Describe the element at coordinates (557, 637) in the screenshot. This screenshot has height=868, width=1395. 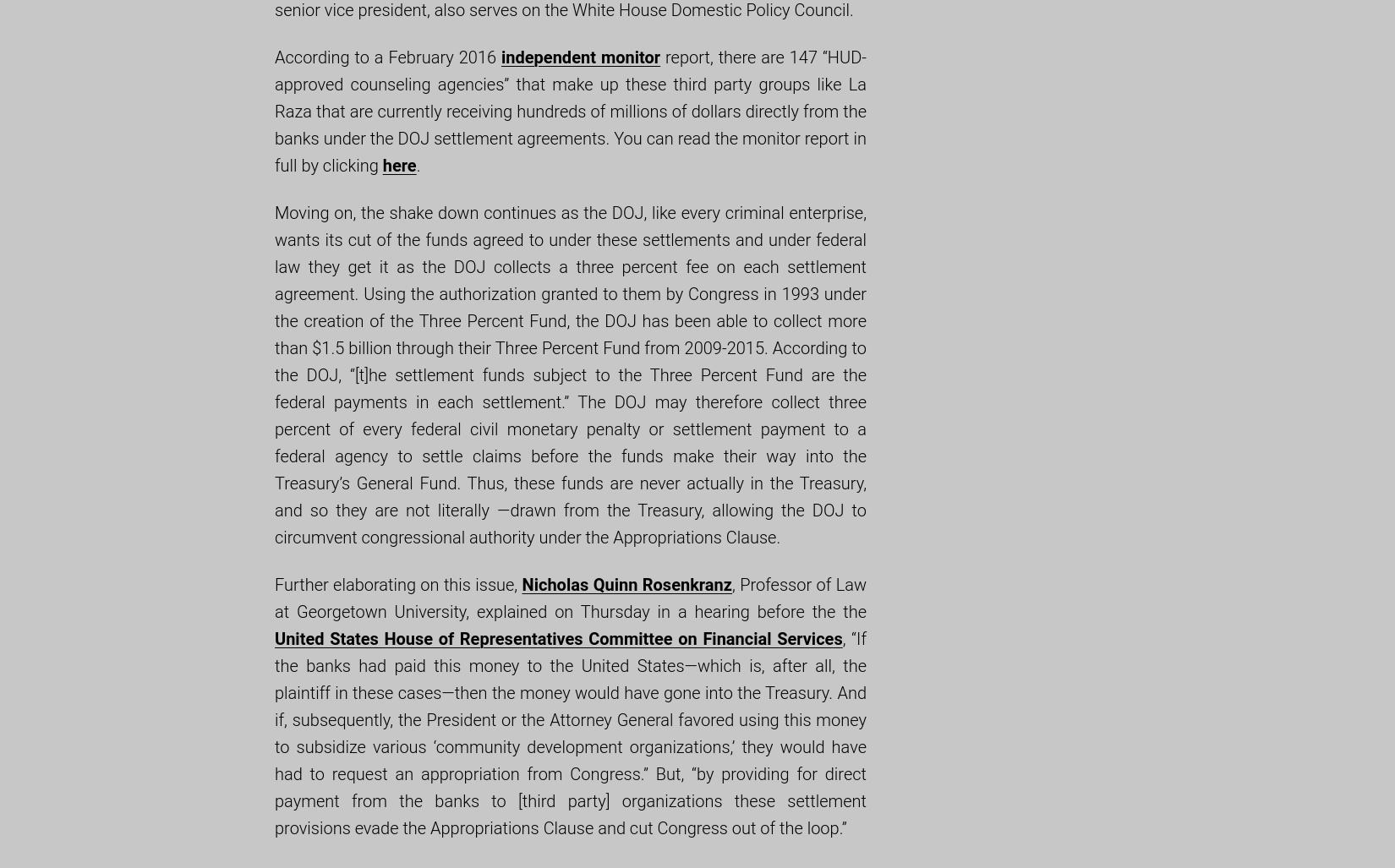
I see `'United States House of Representatives Committee on Financial Services'` at that location.